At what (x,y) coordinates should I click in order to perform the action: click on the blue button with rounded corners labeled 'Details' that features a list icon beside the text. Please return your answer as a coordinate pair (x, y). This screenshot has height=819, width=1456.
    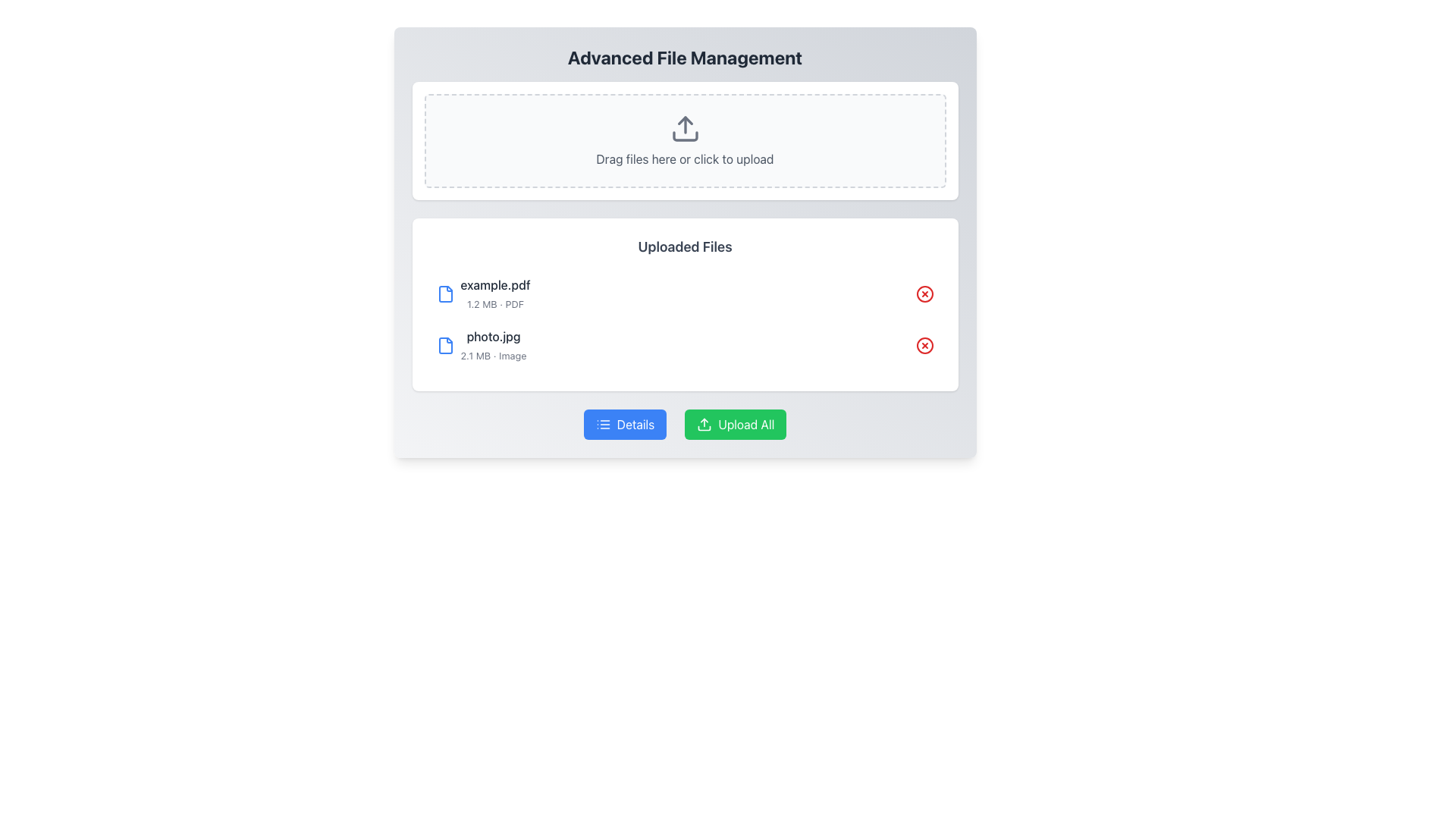
    Looking at the image, I should click on (625, 424).